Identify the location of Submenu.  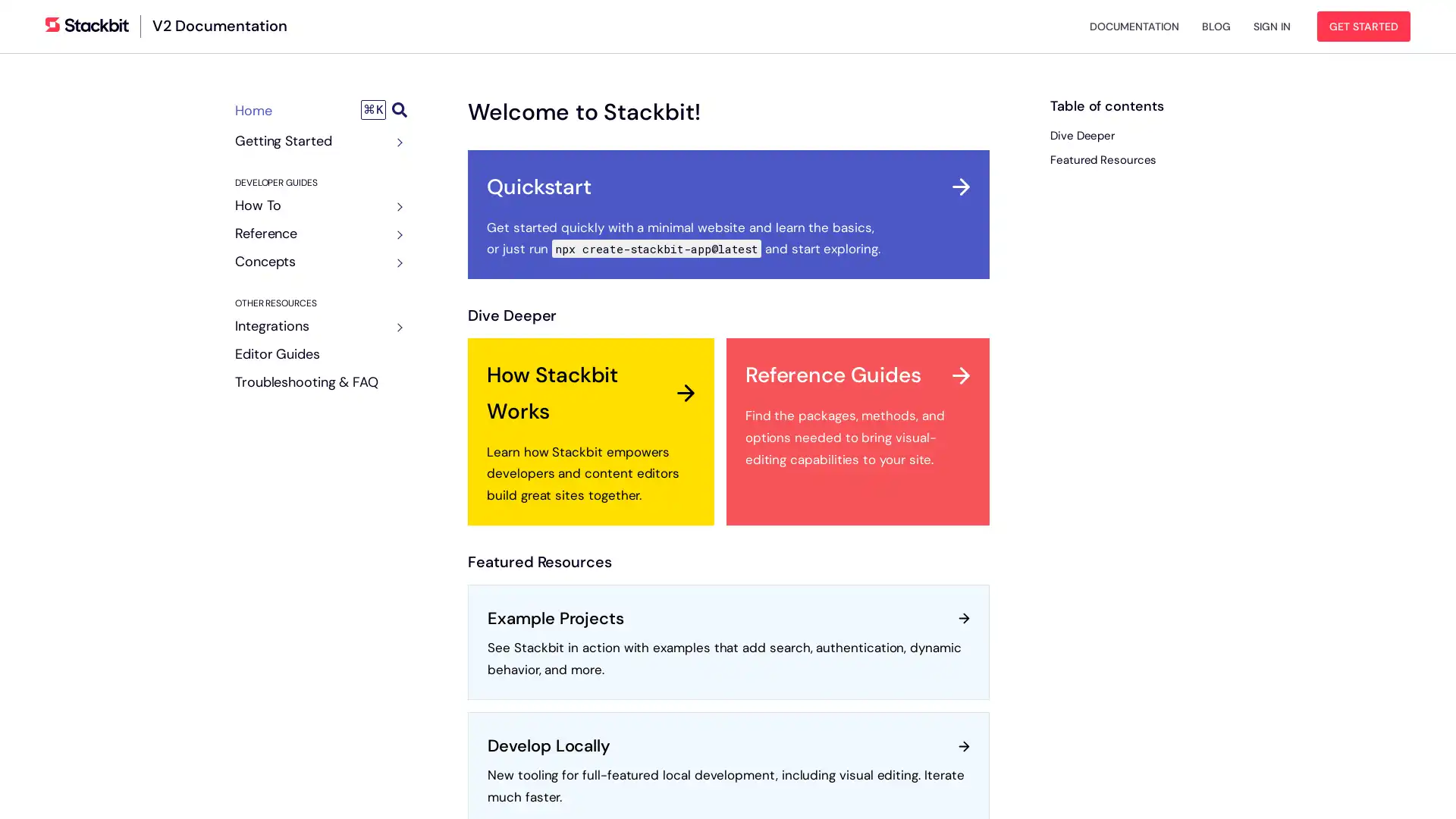
(396, 207).